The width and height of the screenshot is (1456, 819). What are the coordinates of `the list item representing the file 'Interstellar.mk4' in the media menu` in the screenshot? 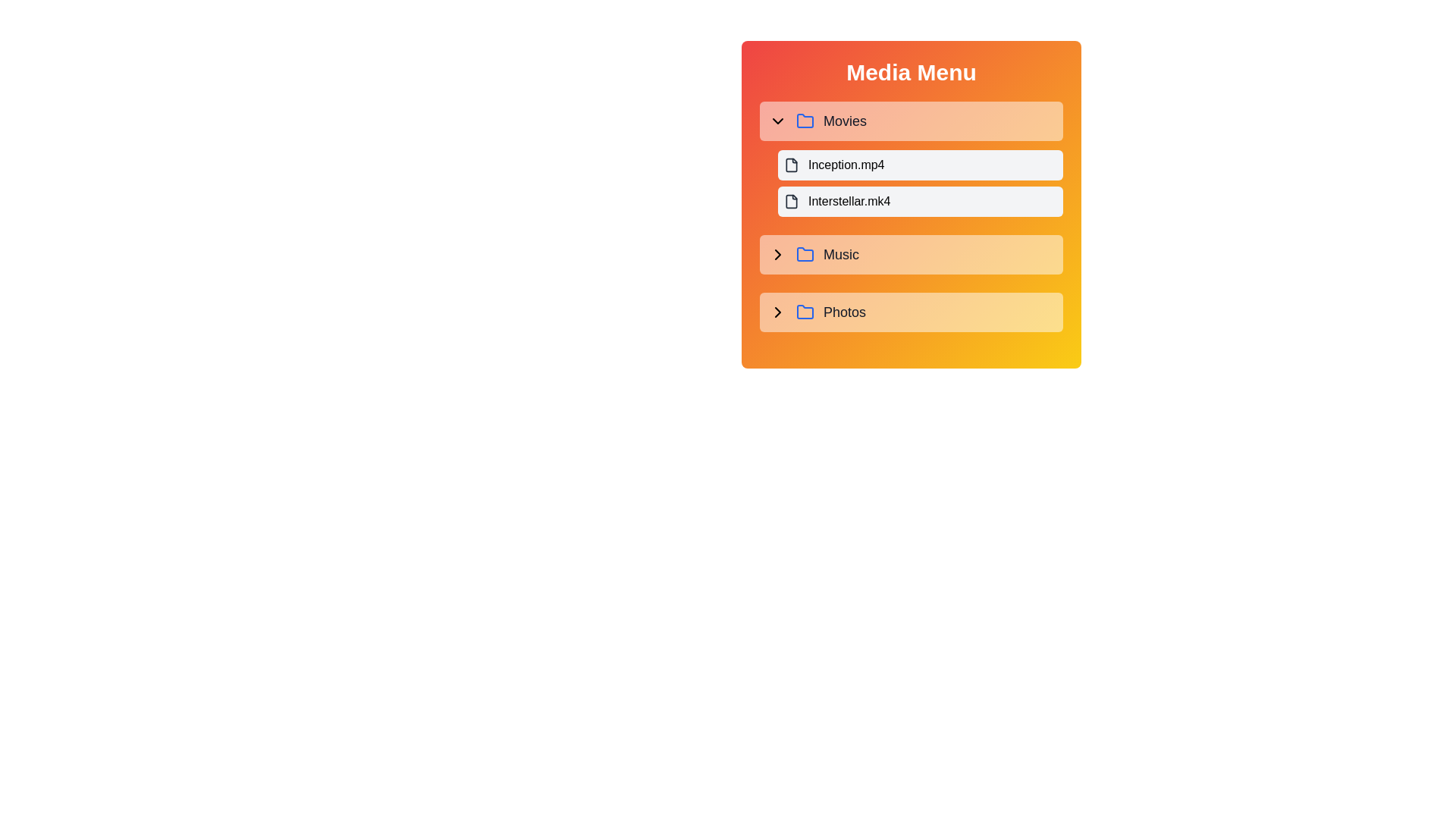 It's located at (920, 201).